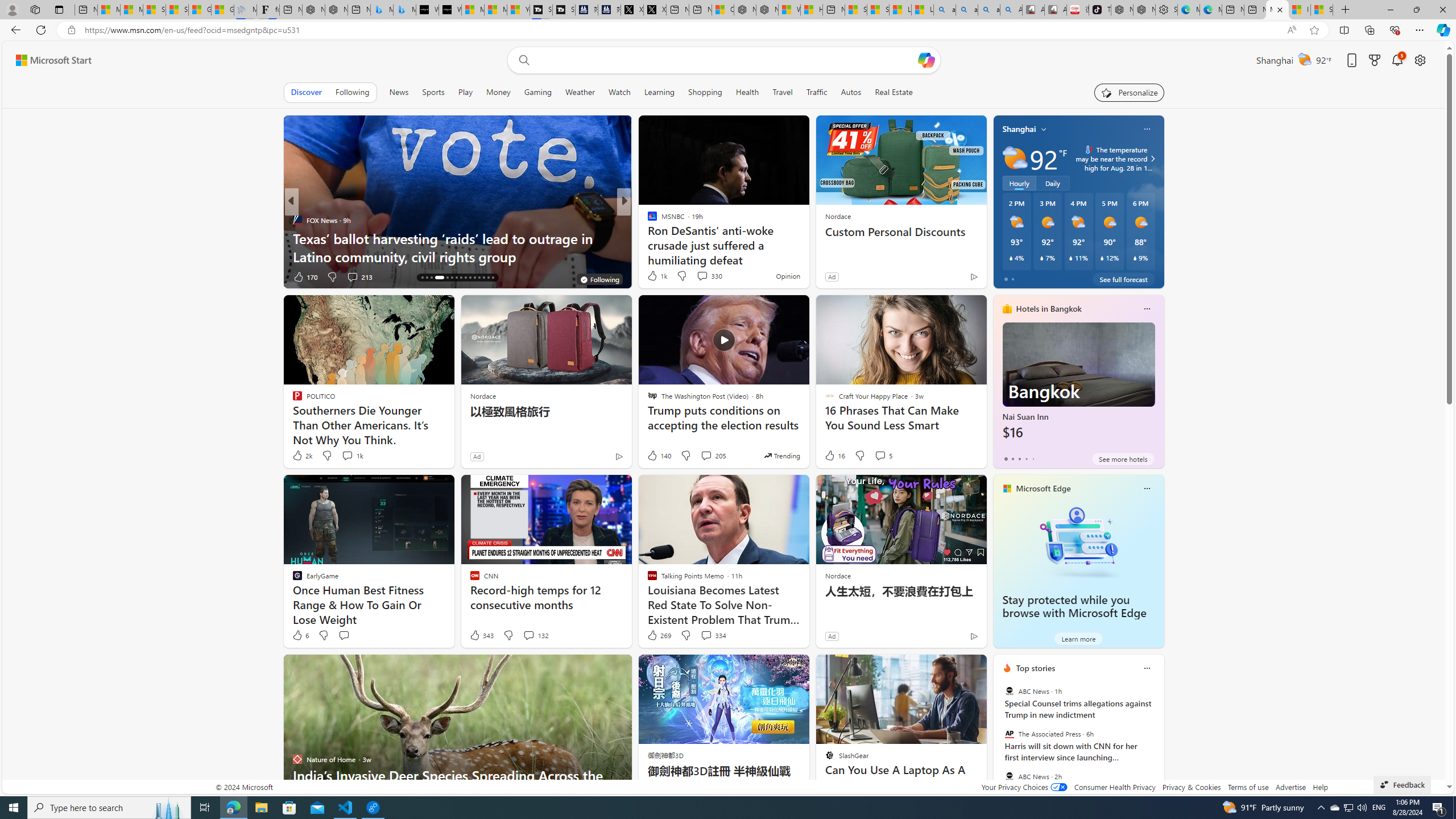 The width and height of the screenshot is (1456, 819). What do you see at coordinates (1146, 668) in the screenshot?
I see `'Class: icon-img'` at bounding box center [1146, 668].